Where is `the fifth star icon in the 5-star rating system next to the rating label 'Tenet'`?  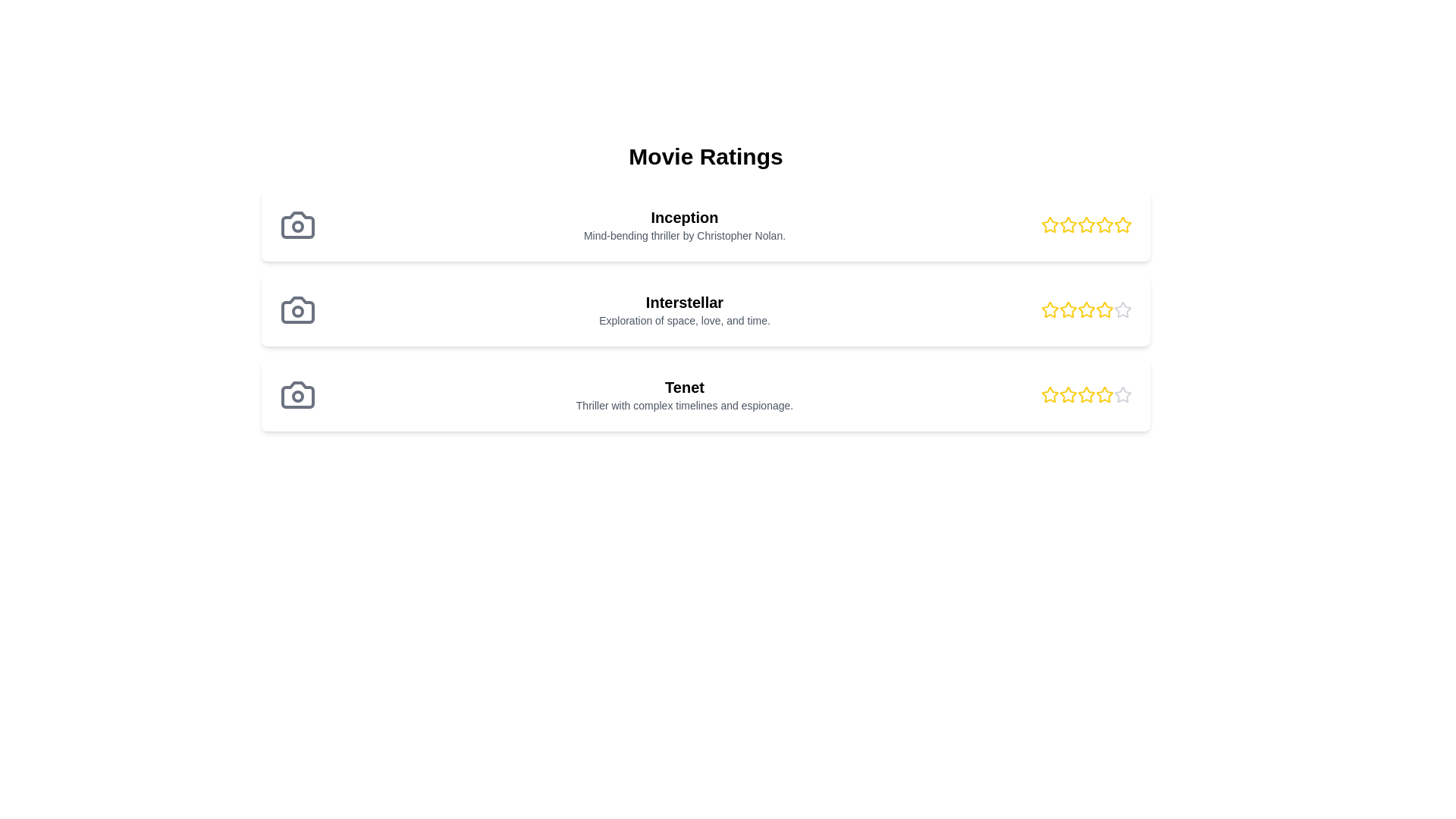
the fifth star icon in the 5-star rating system next to the rating label 'Tenet' is located at coordinates (1123, 394).